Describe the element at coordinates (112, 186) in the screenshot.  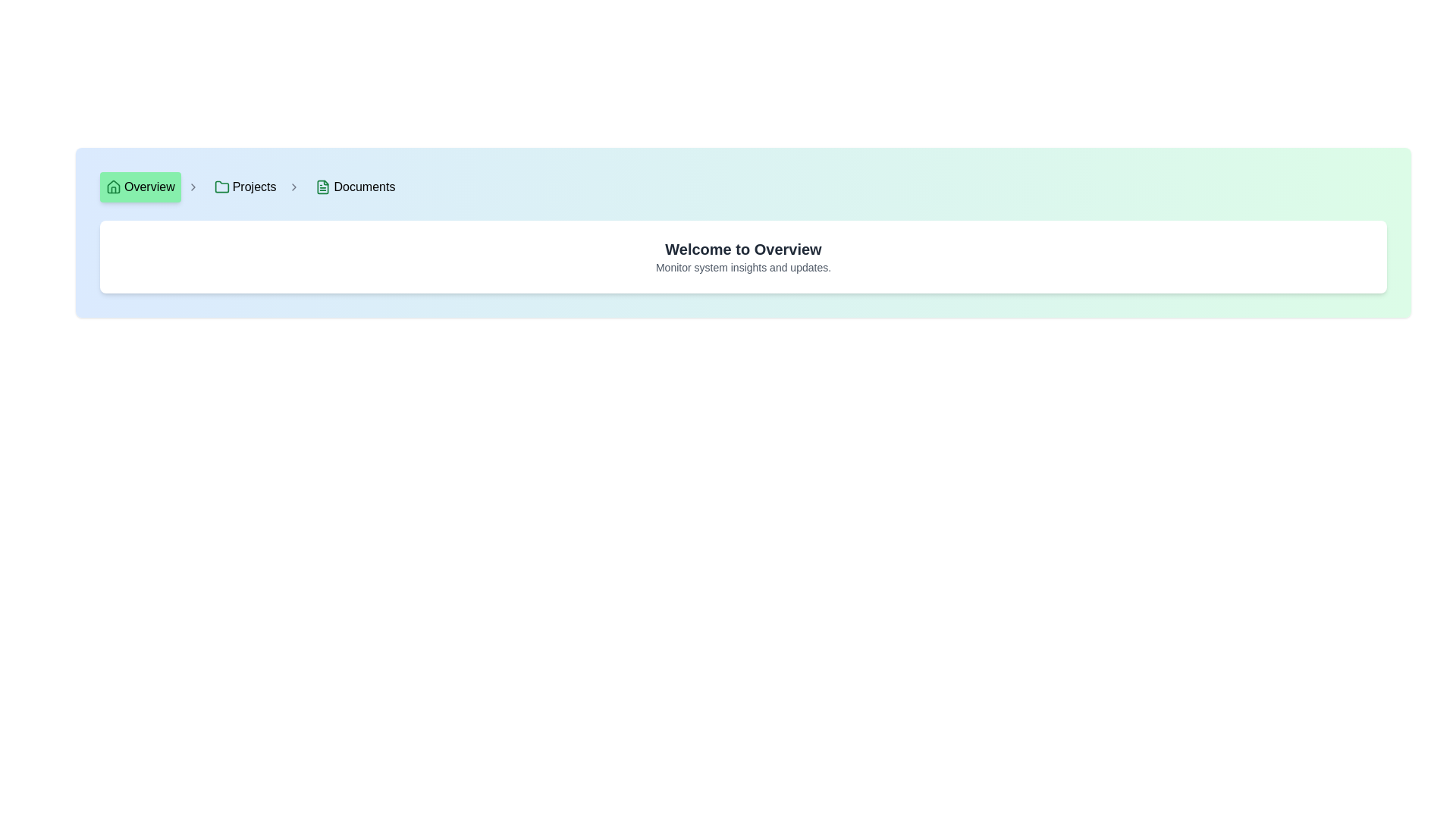
I see `the 'Overview' icon located at the top-left section of the interface, immediately before the 'Overview' text` at that location.